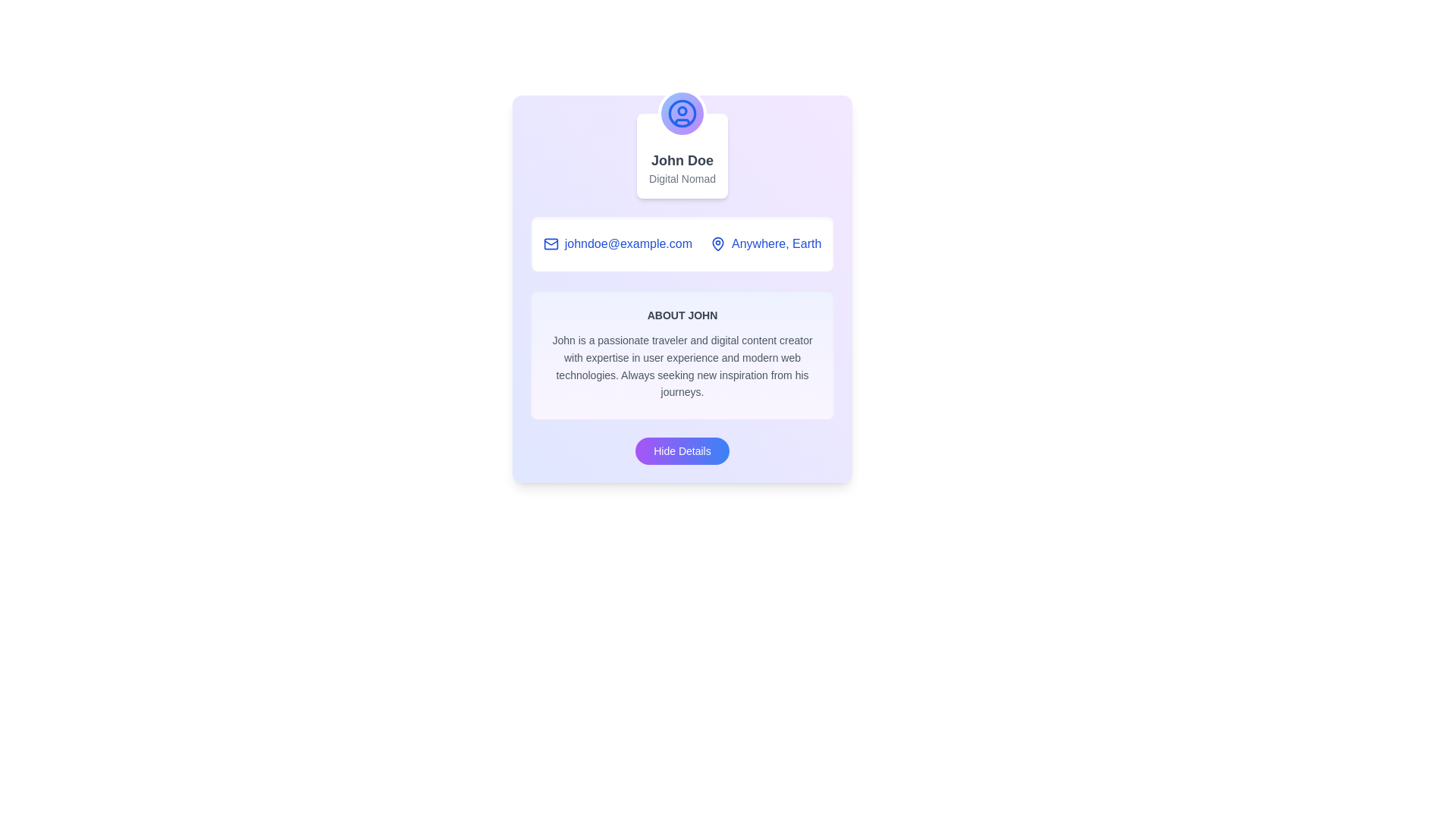 This screenshot has width=1456, height=819. I want to click on the circular user avatar icon with a gradient background and white outline, located at the top part of the card layout, so click(682, 113).